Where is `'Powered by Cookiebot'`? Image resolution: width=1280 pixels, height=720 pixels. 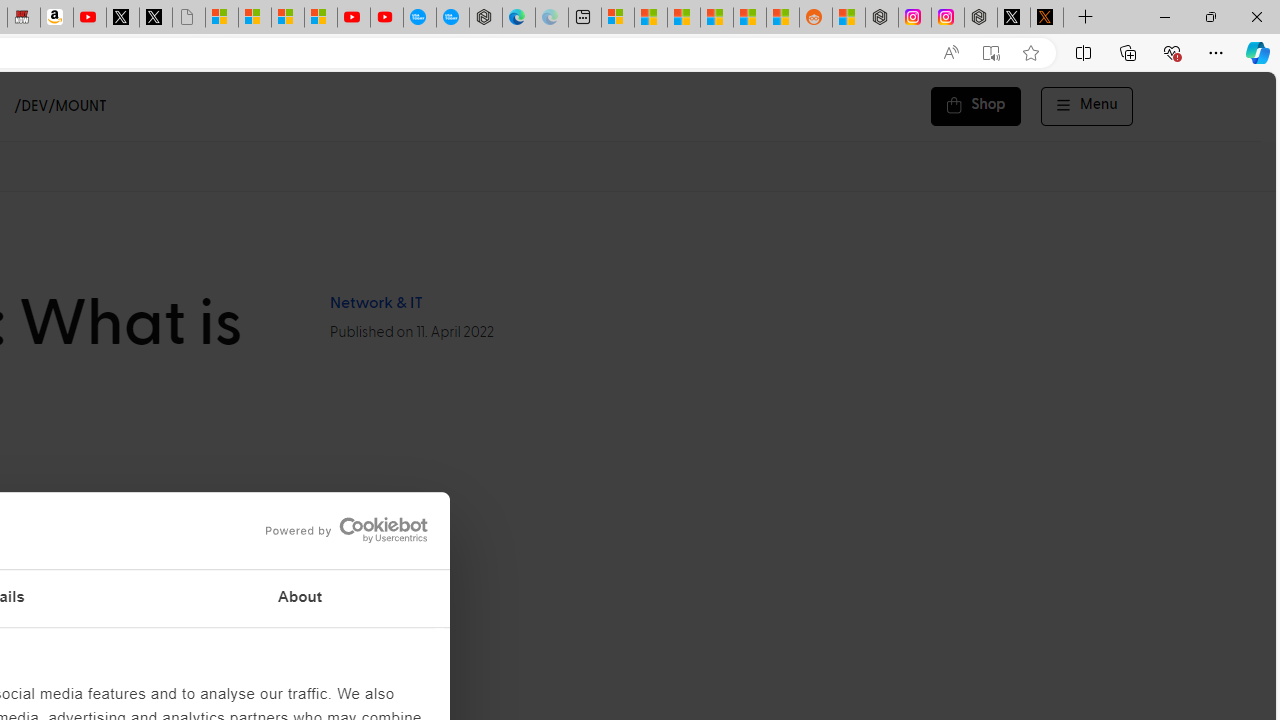
'Powered by Cookiebot' is located at coordinates (346, 529).